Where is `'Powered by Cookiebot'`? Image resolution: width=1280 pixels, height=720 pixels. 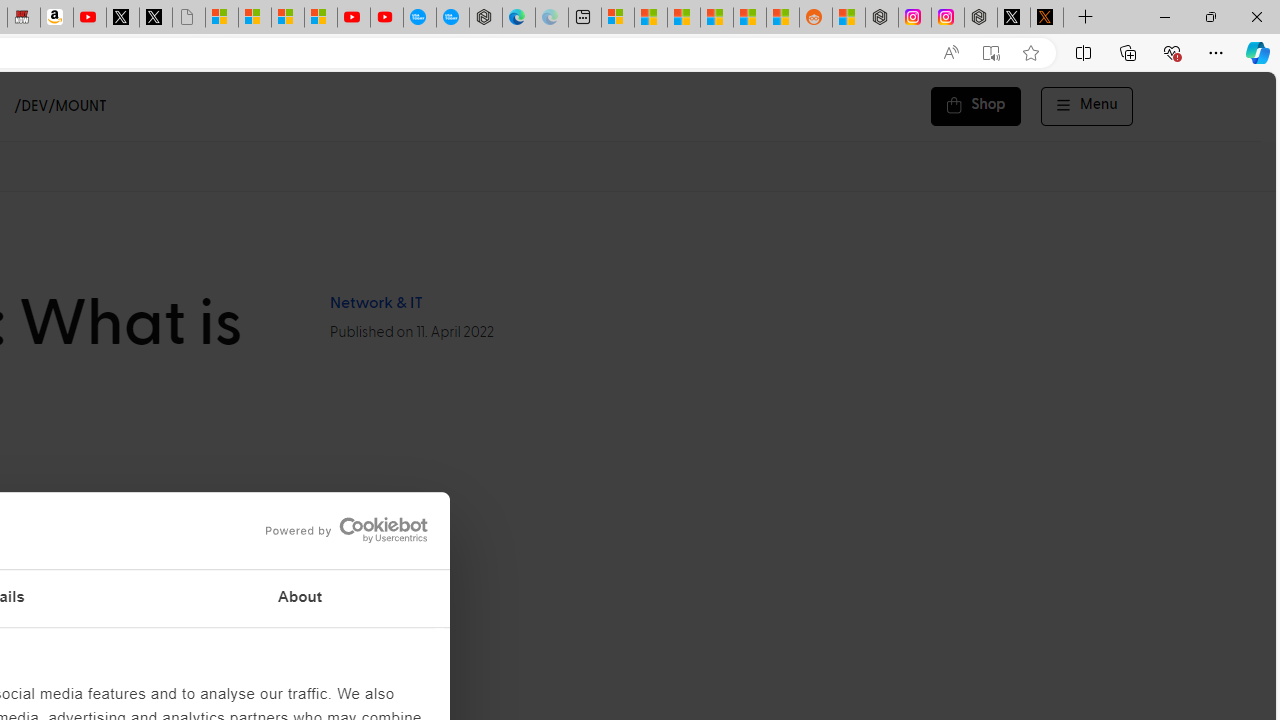
'Powered by Cookiebot' is located at coordinates (346, 529).